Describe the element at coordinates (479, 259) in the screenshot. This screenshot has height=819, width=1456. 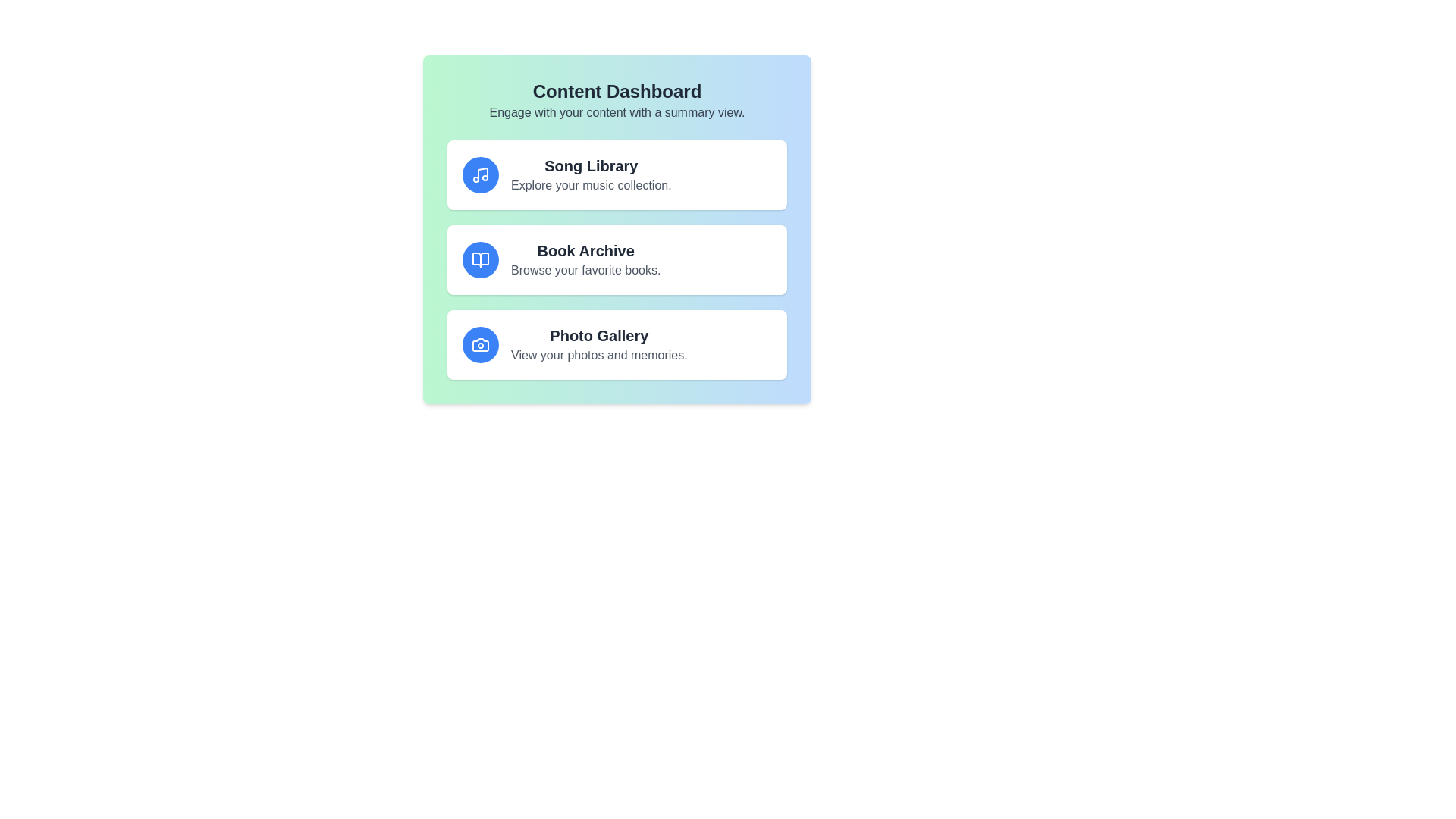
I see `the icon for Book Archive to explore its visual representation` at that location.